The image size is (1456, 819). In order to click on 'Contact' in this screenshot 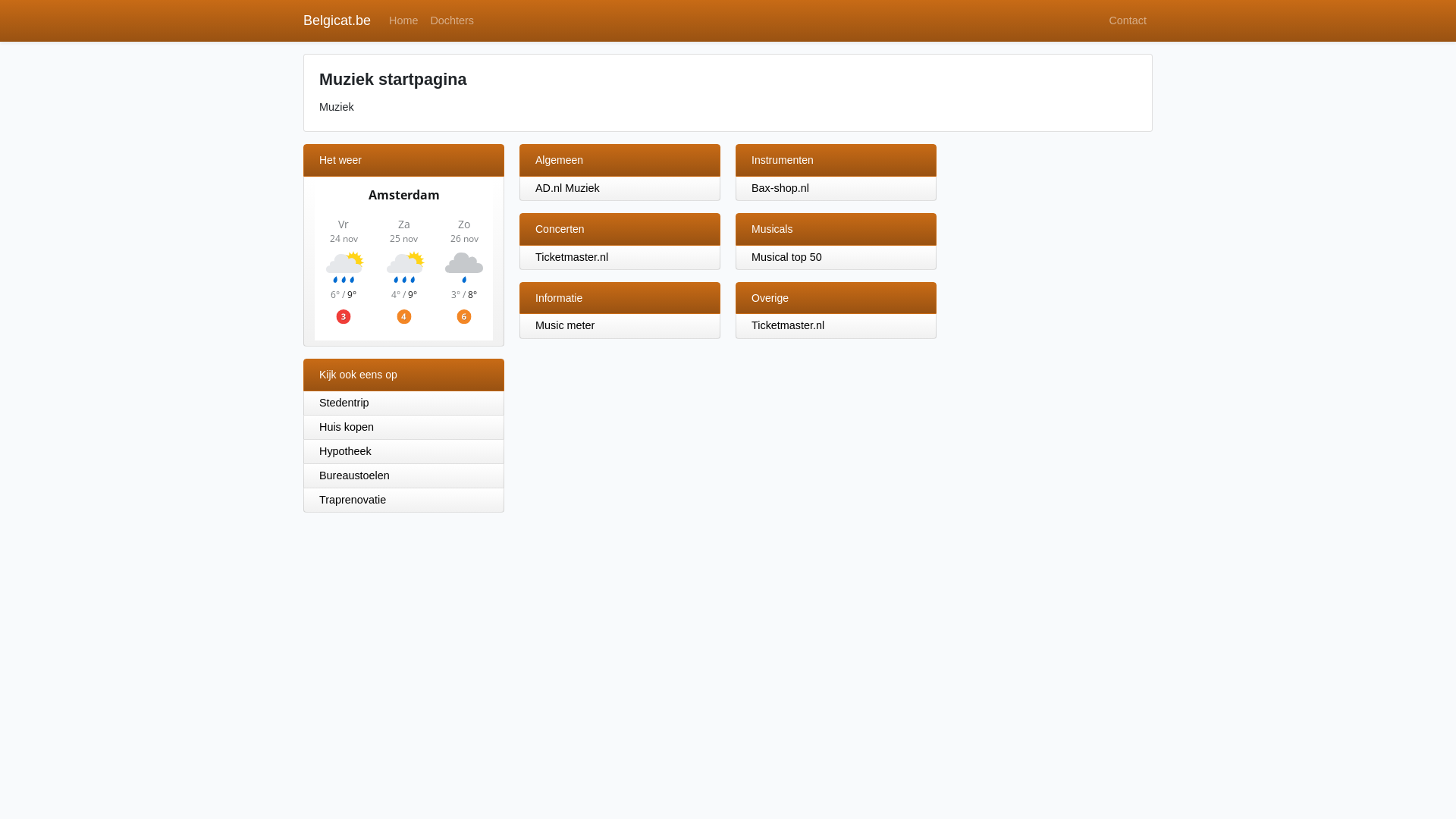, I will do `click(1128, 20)`.